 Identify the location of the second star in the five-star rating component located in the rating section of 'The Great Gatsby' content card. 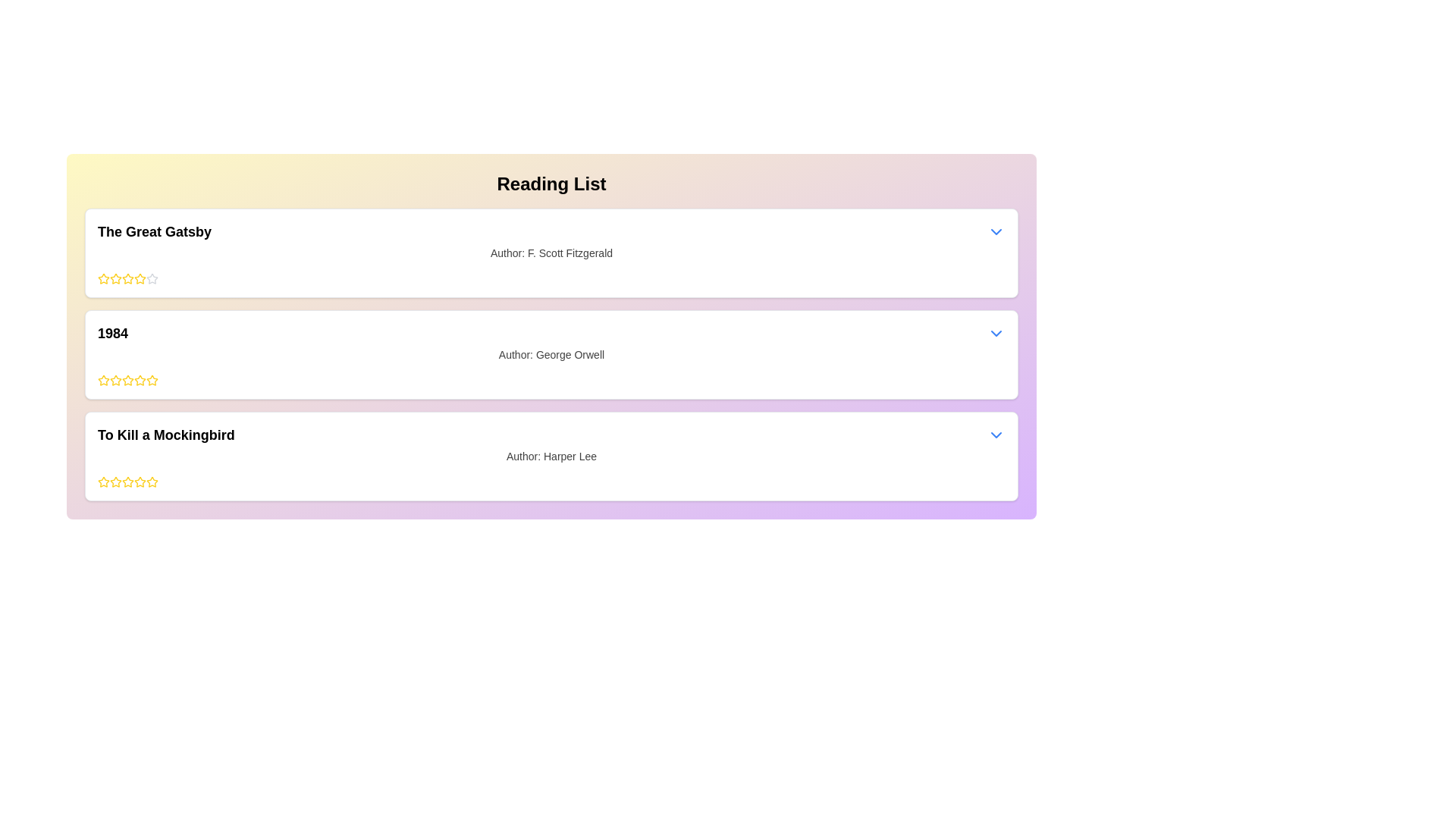
(152, 278).